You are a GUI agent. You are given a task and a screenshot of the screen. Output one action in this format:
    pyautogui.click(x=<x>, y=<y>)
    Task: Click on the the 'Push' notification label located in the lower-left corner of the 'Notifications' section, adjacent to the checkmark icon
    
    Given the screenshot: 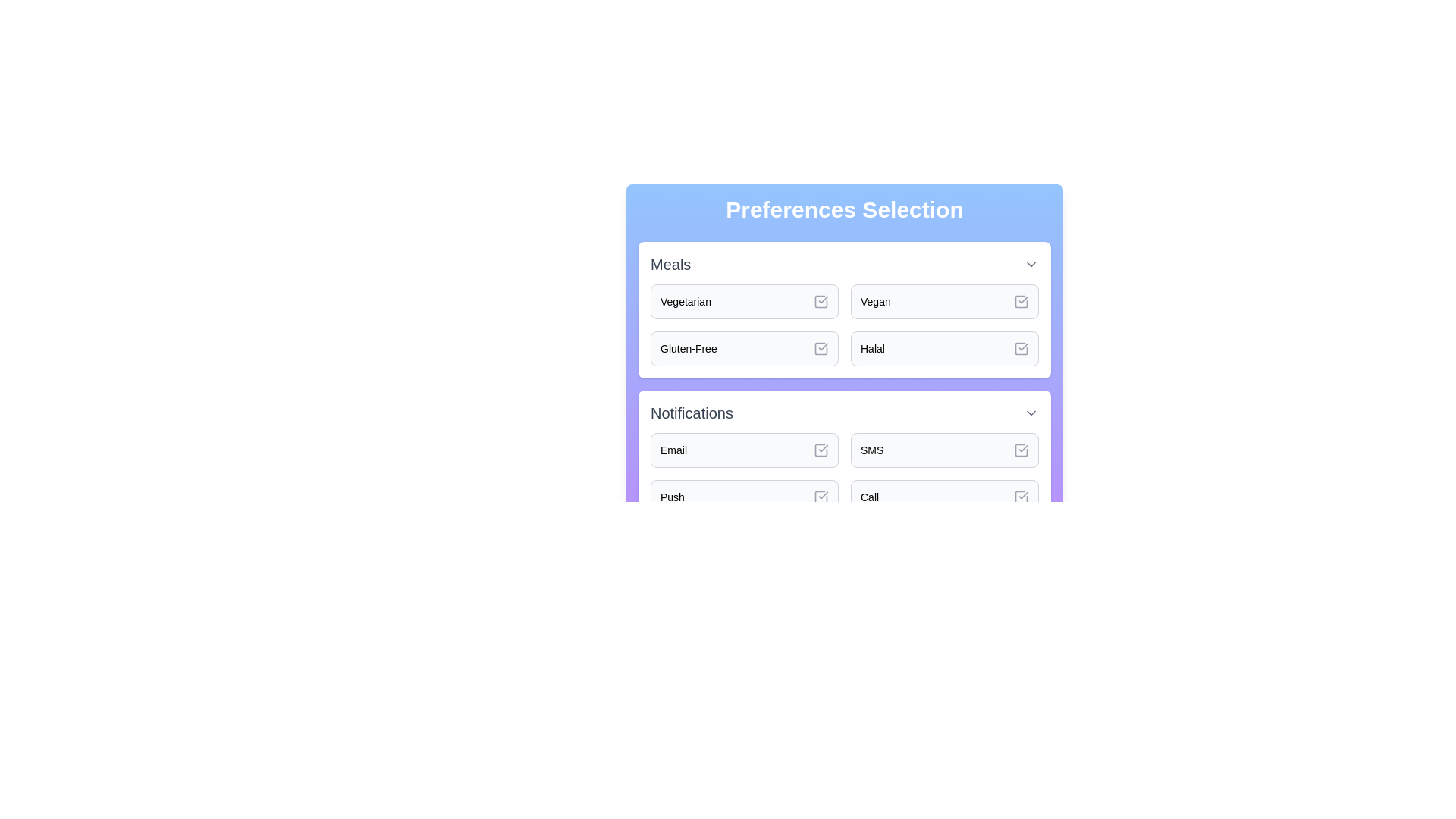 What is the action you would take?
    pyautogui.click(x=672, y=497)
    